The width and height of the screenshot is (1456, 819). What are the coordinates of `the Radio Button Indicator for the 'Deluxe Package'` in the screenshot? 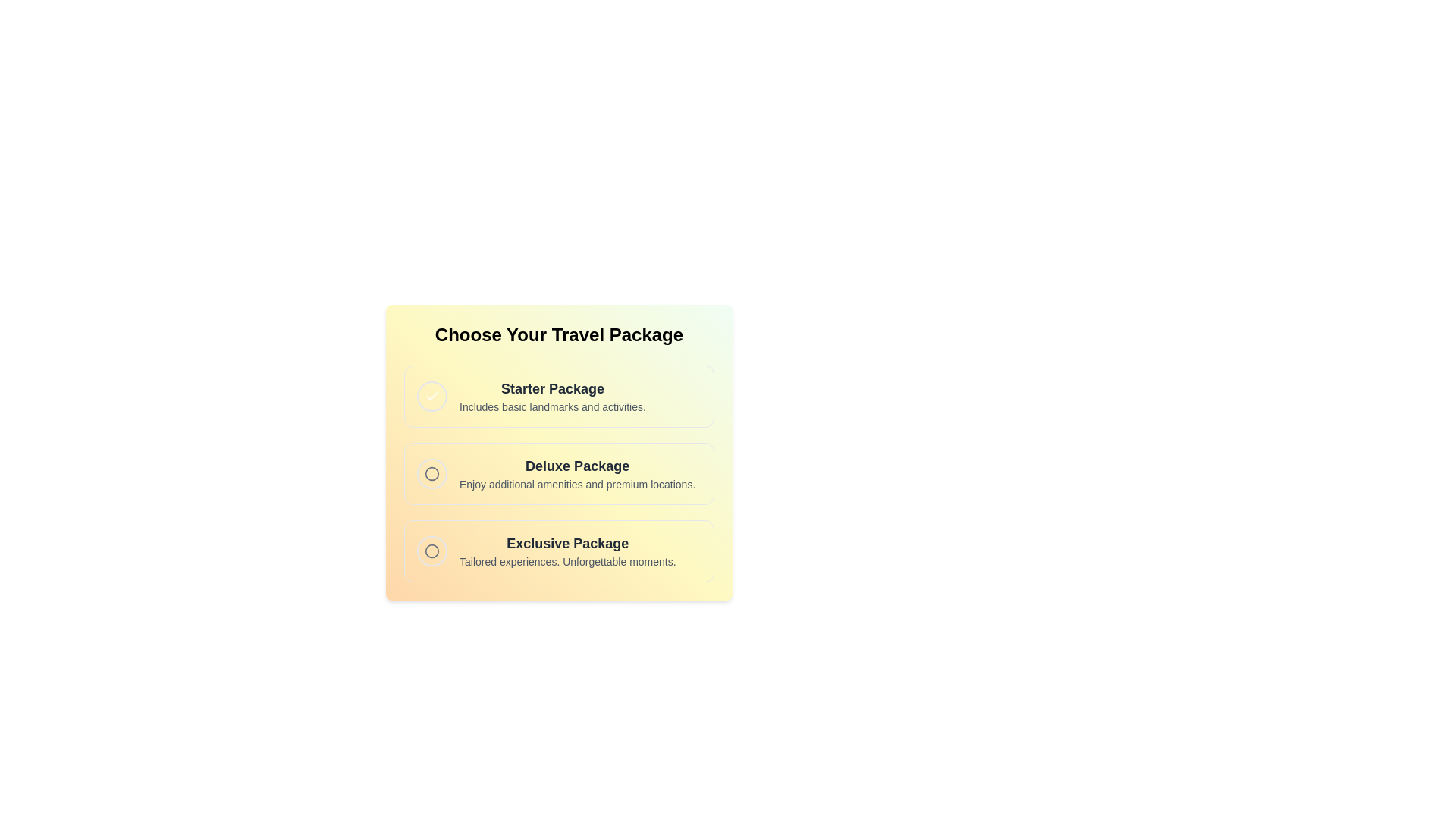 It's located at (431, 472).